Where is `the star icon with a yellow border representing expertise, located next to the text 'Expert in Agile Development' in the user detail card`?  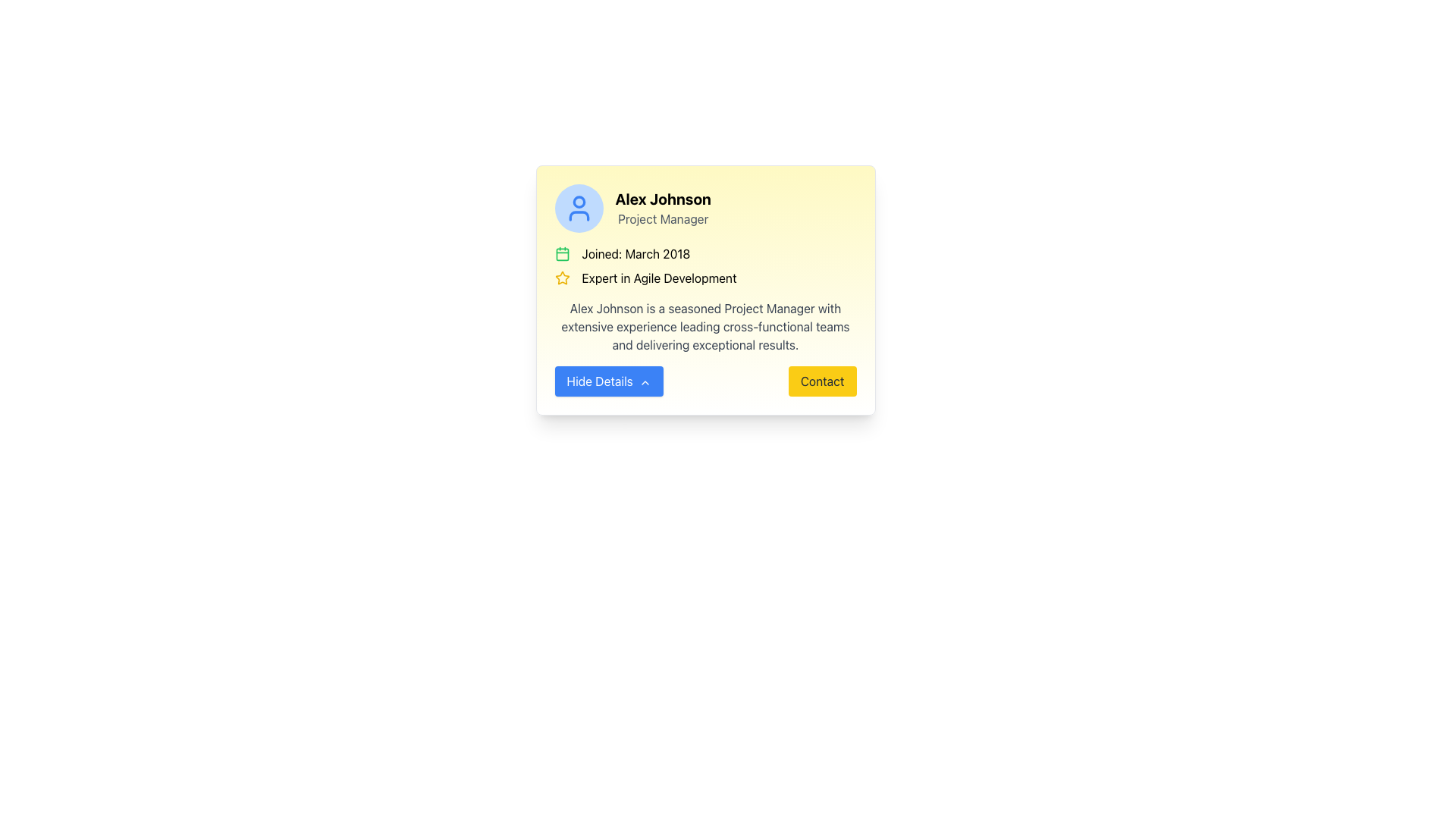 the star icon with a yellow border representing expertise, located next to the text 'Expert in Agile Development' in the user detail card is located at coordinates (561, 278).